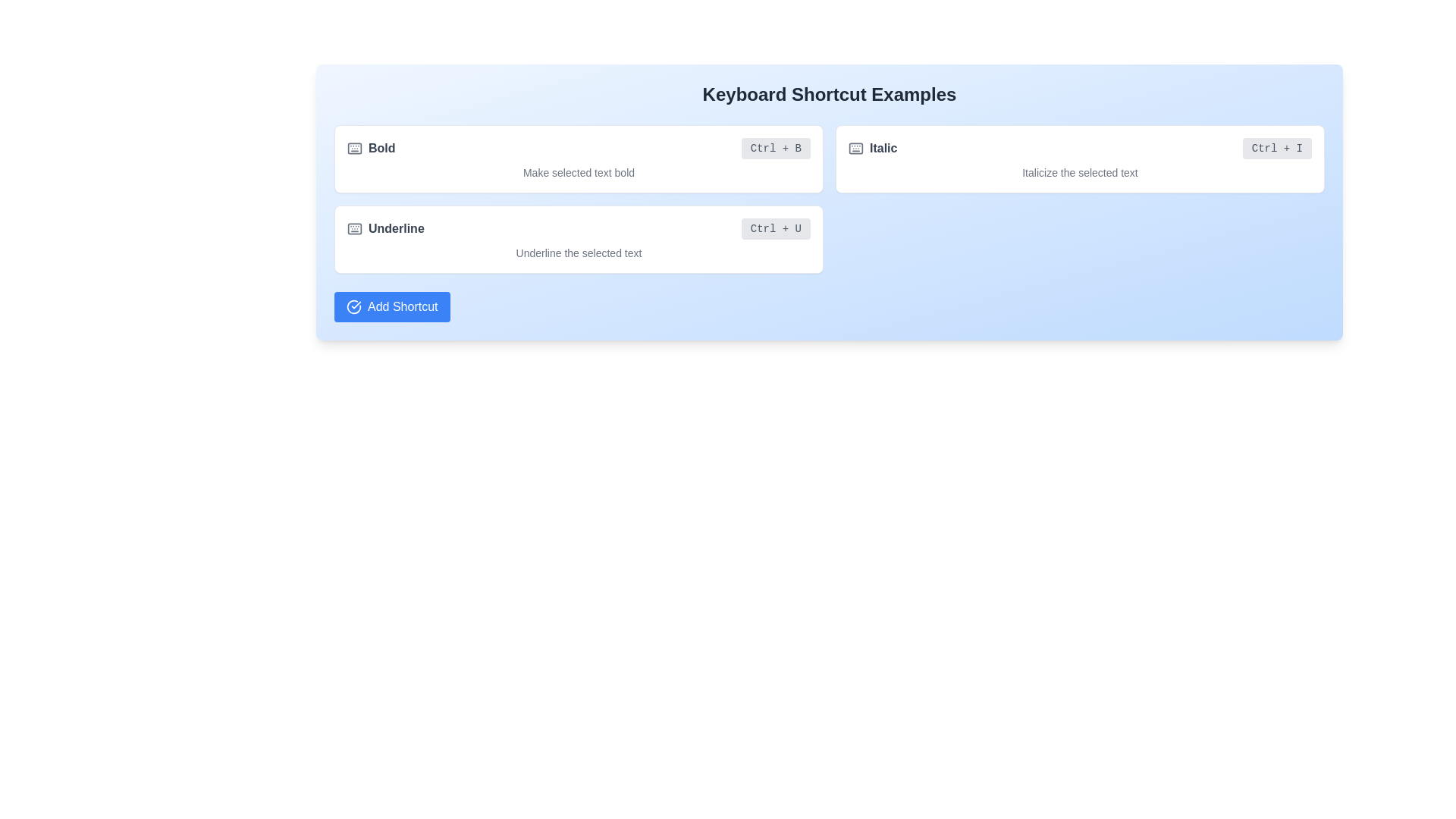 The height and width of the screenshot is (819, 1456). What do you see at coordinates (855, 149) in the screenshot?
I see `the graphical icon resembling a small keyboard, which is styled in grayscale and located immediately to the left of the 'Italic' label` at bounding box center [855, 149].